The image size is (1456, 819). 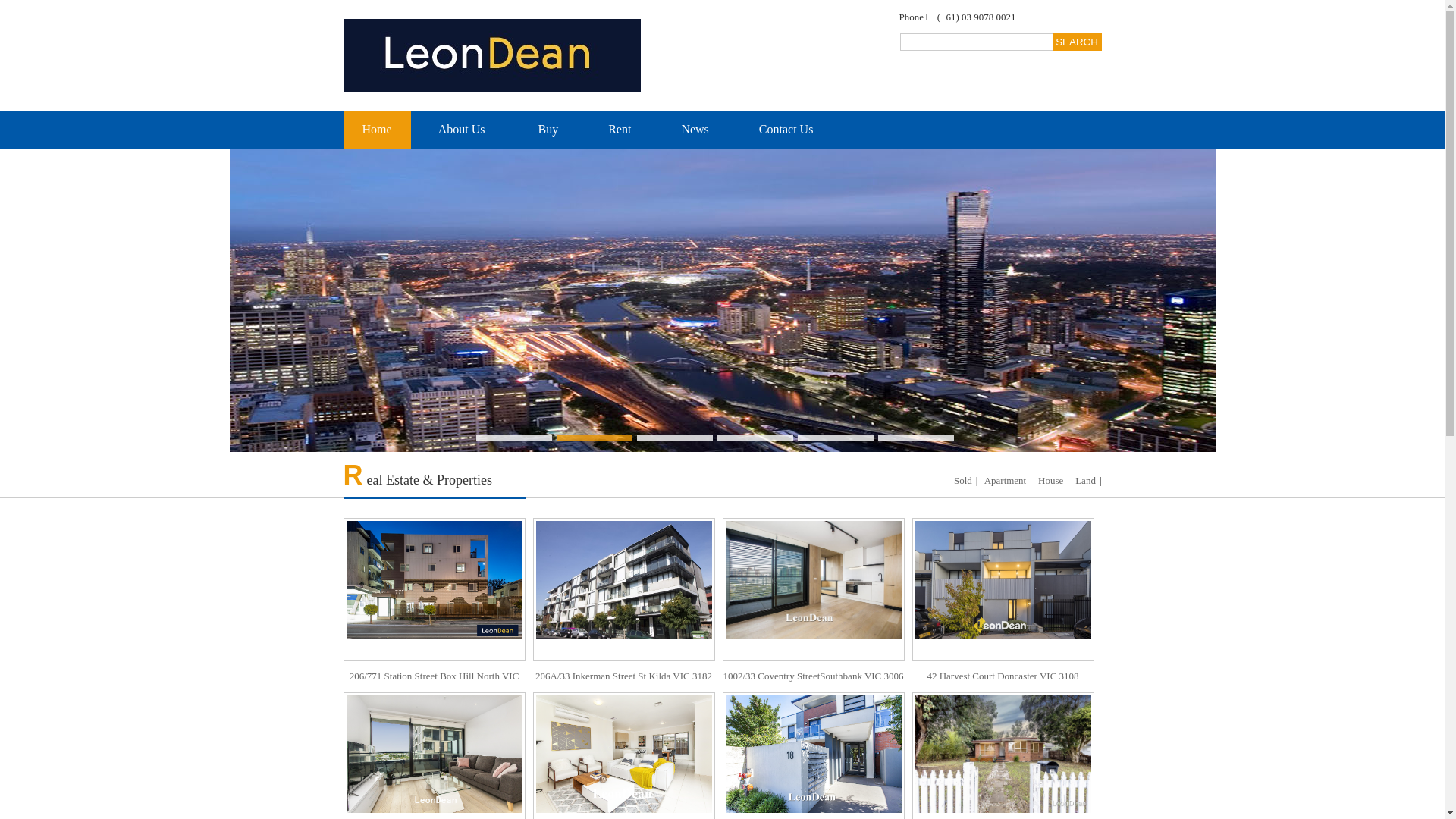 I want to click on '1002/33 Coventry StreetSouthbank VIC 3006', so click(x=811, y=604).